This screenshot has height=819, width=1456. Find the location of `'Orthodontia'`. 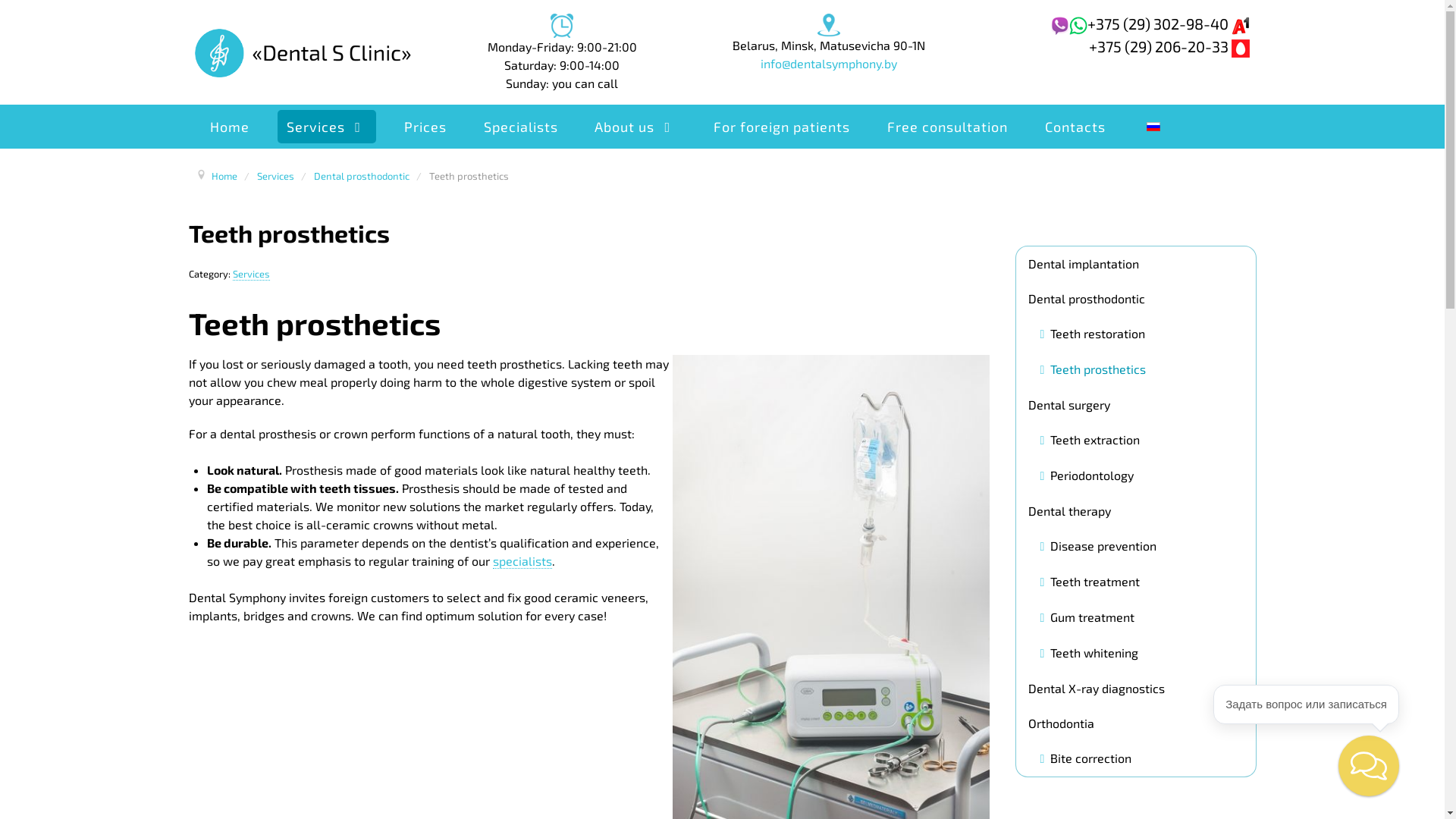

'Orthodontia' is located at coordinates (1135, 721).